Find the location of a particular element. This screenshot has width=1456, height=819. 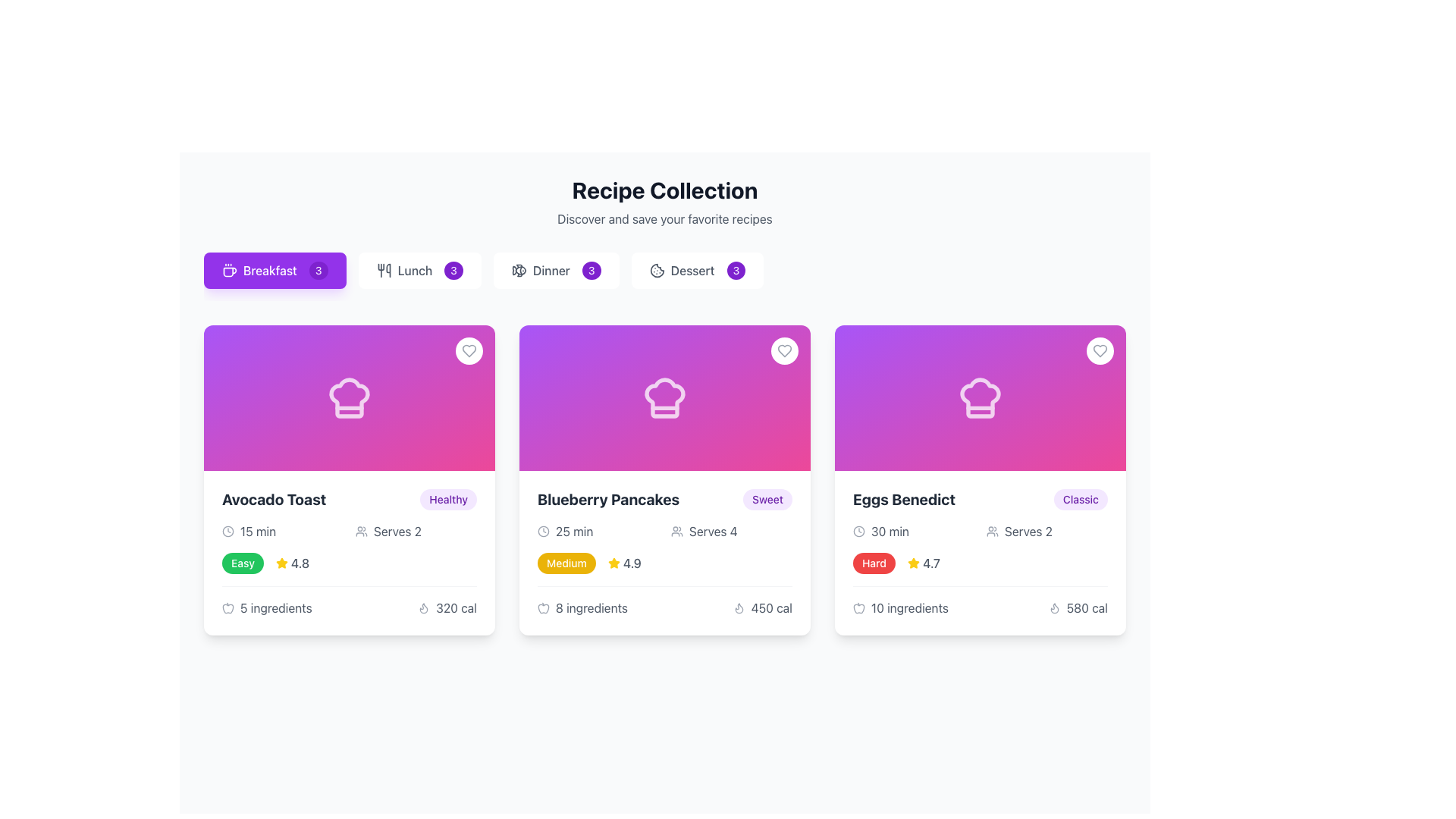

the pill-shaped label that displays the word 'Easy' in white font with a green background, located to the left of a star icon and a rating score ('4.8') within the 'Avocado Toast' card is located at coordinates (243, 563).